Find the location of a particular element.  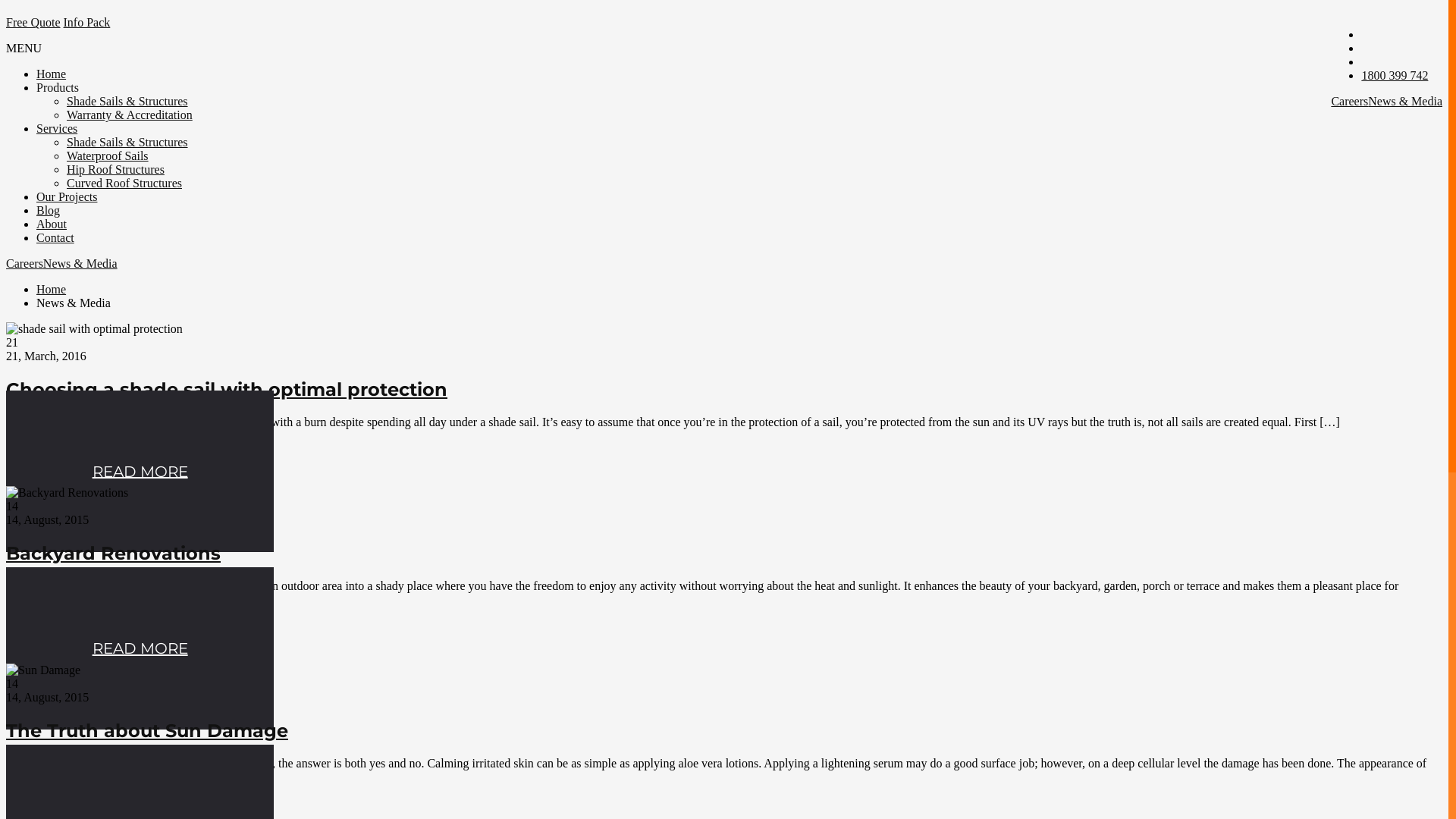

'Shade Sails & Structures' is located at coordinates (65, 101).